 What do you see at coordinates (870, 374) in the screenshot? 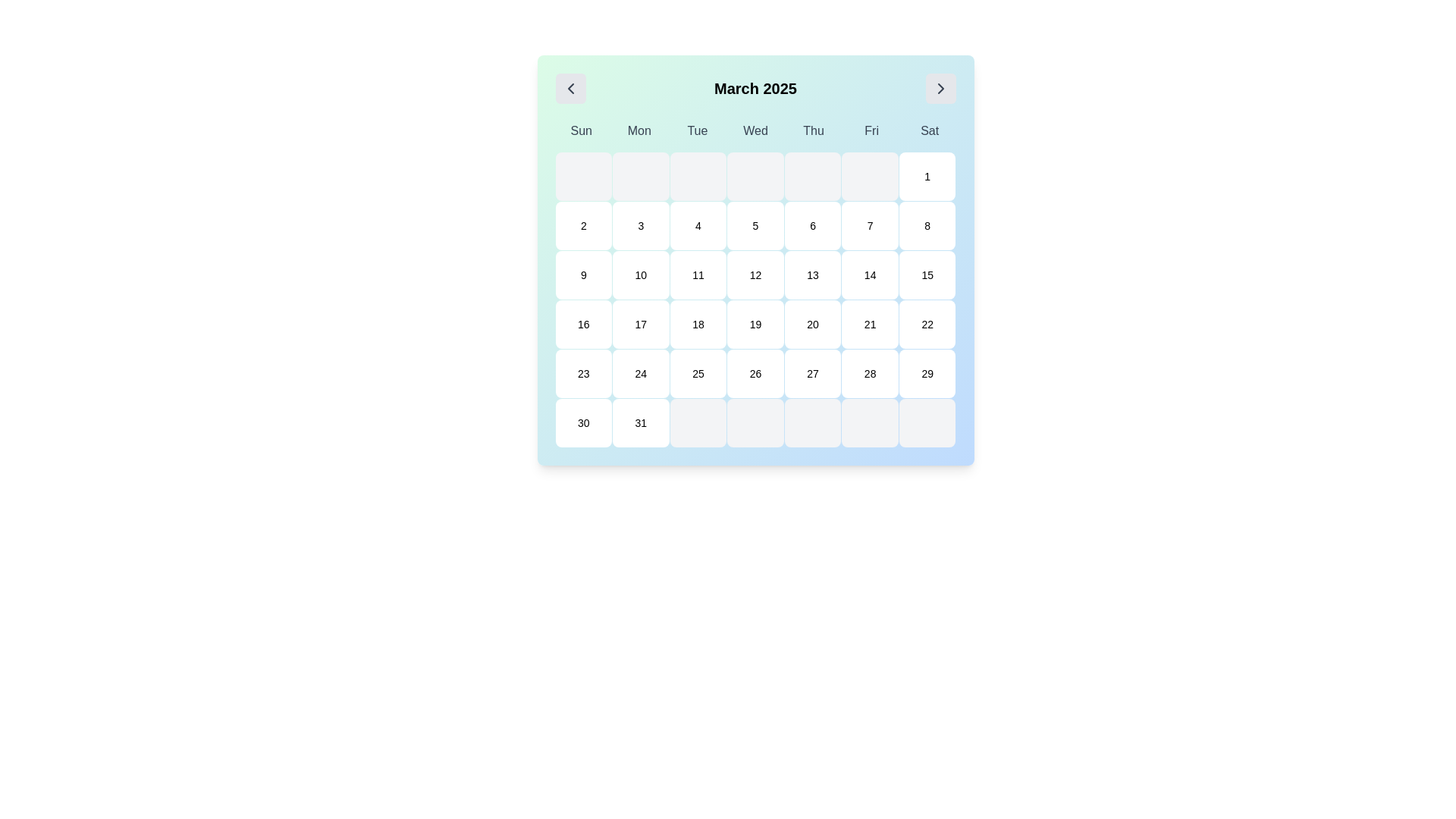
I see `the calendar day box representing the 28th day of March 2025` at bounding box center [870, 374].